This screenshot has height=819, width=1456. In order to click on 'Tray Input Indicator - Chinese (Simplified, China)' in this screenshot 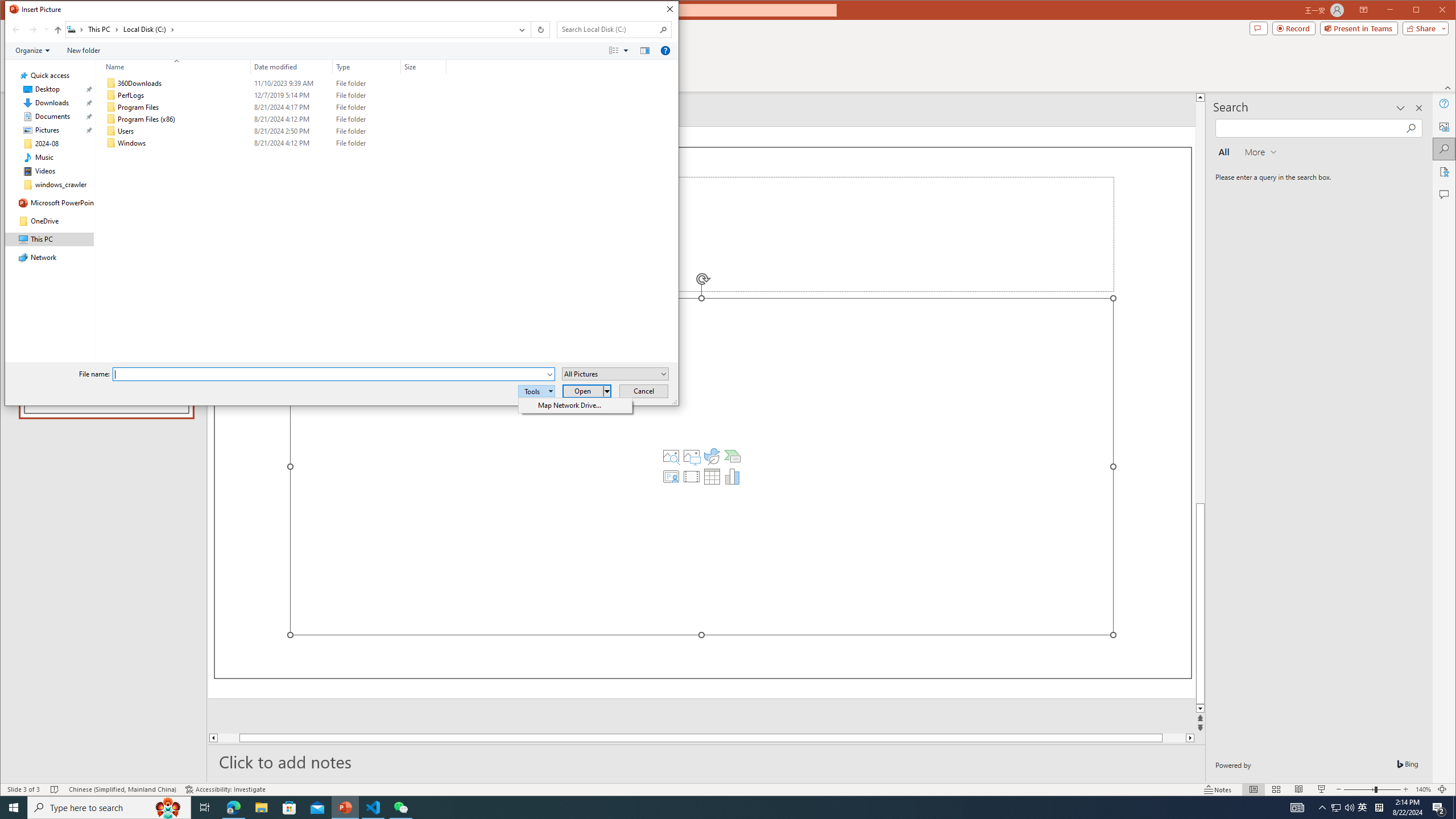, I will do `click(1379, 806)`.